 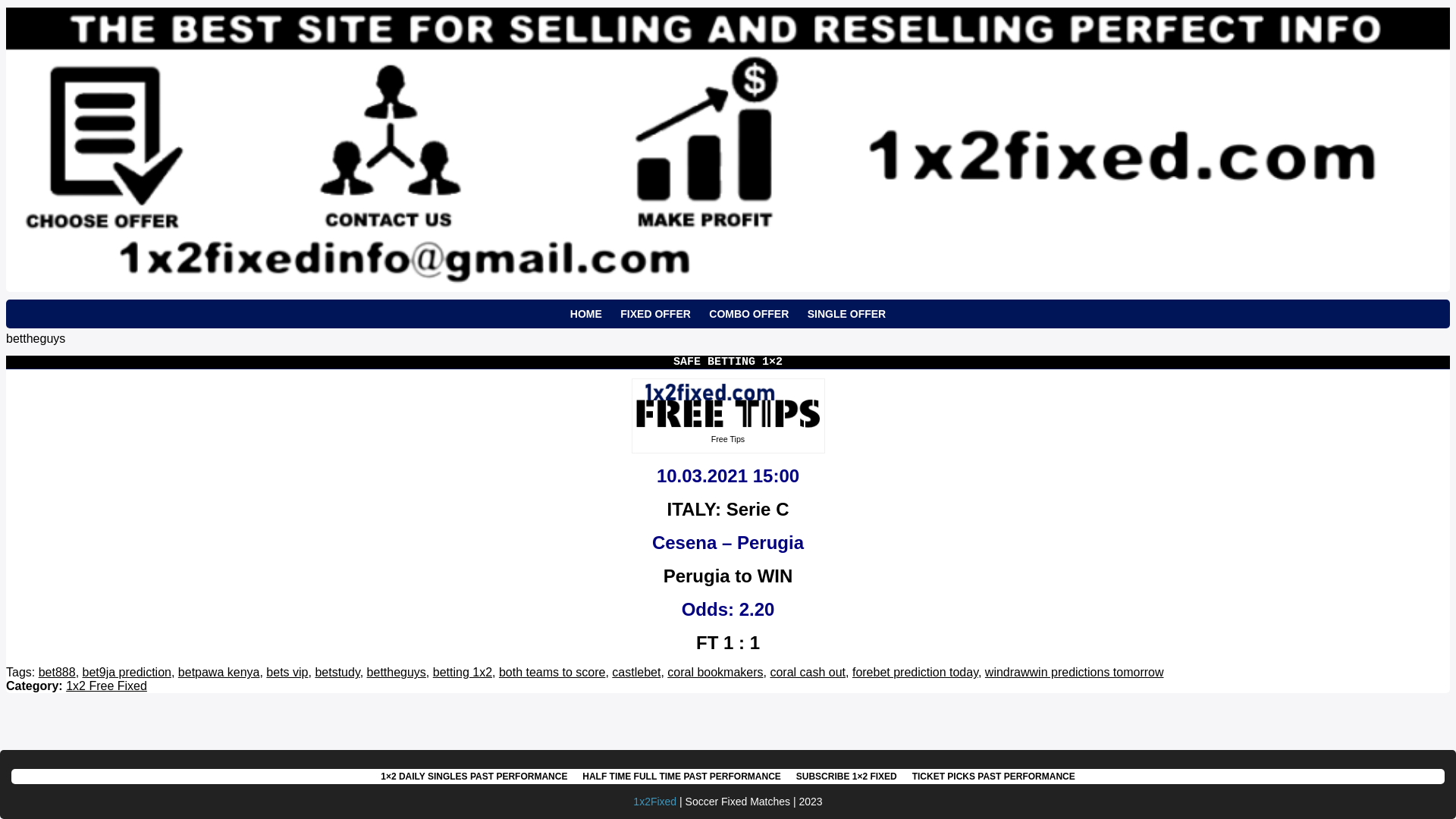 What do you see at coordinates (748, 312) in the screenshot?
I see `'COMBO OFFER'` at bounding box center [748, 312].